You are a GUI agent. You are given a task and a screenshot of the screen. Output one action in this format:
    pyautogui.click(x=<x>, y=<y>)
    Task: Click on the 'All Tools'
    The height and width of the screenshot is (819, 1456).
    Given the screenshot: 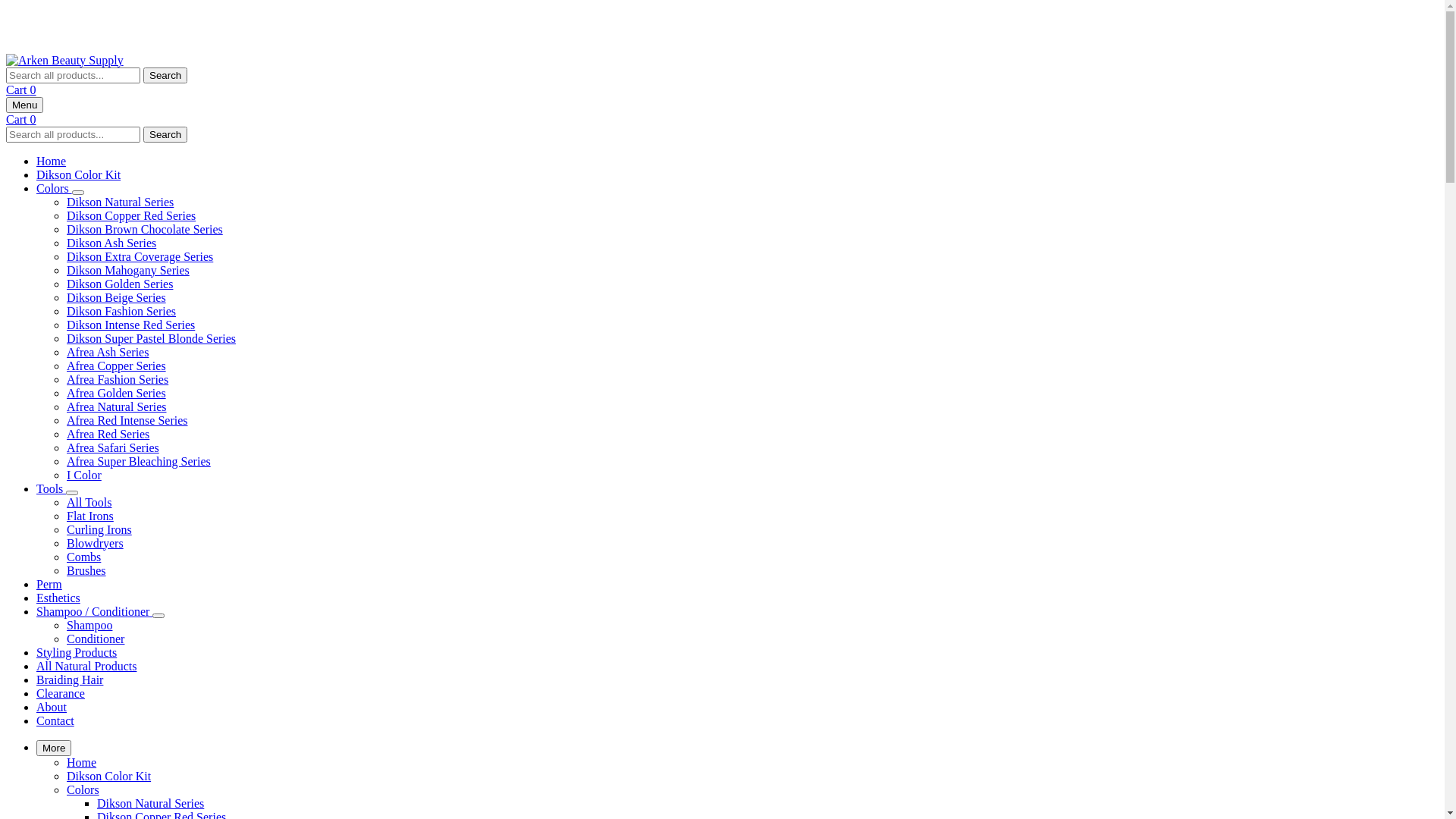 What is the action you would take?
    pyautogui.click(x=88, y=502)
    